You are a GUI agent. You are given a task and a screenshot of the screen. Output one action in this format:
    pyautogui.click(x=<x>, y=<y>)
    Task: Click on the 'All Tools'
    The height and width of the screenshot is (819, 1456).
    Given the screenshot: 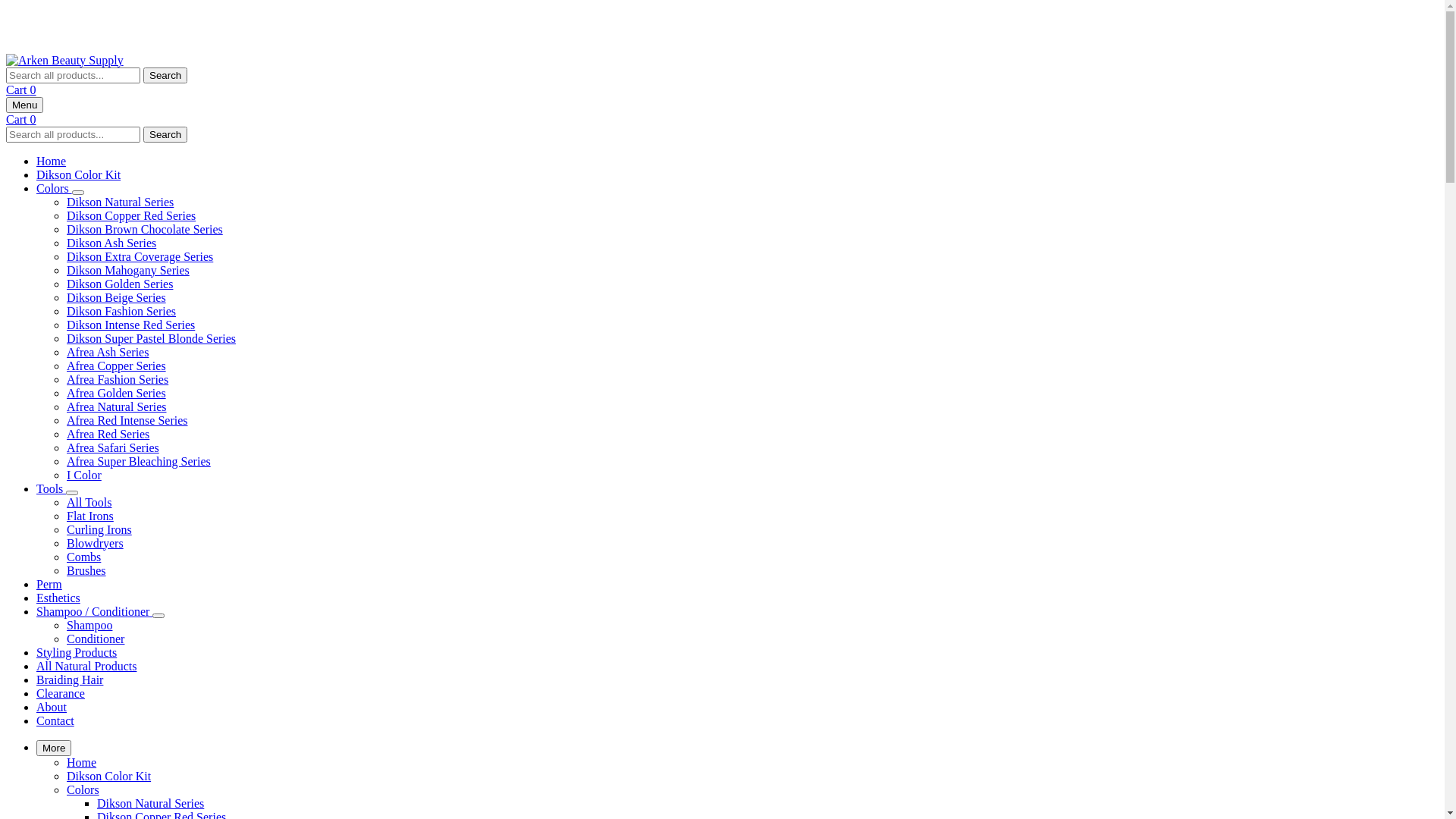 What is the action you would take?
    pyautogui.click(x=88, y=502)
    